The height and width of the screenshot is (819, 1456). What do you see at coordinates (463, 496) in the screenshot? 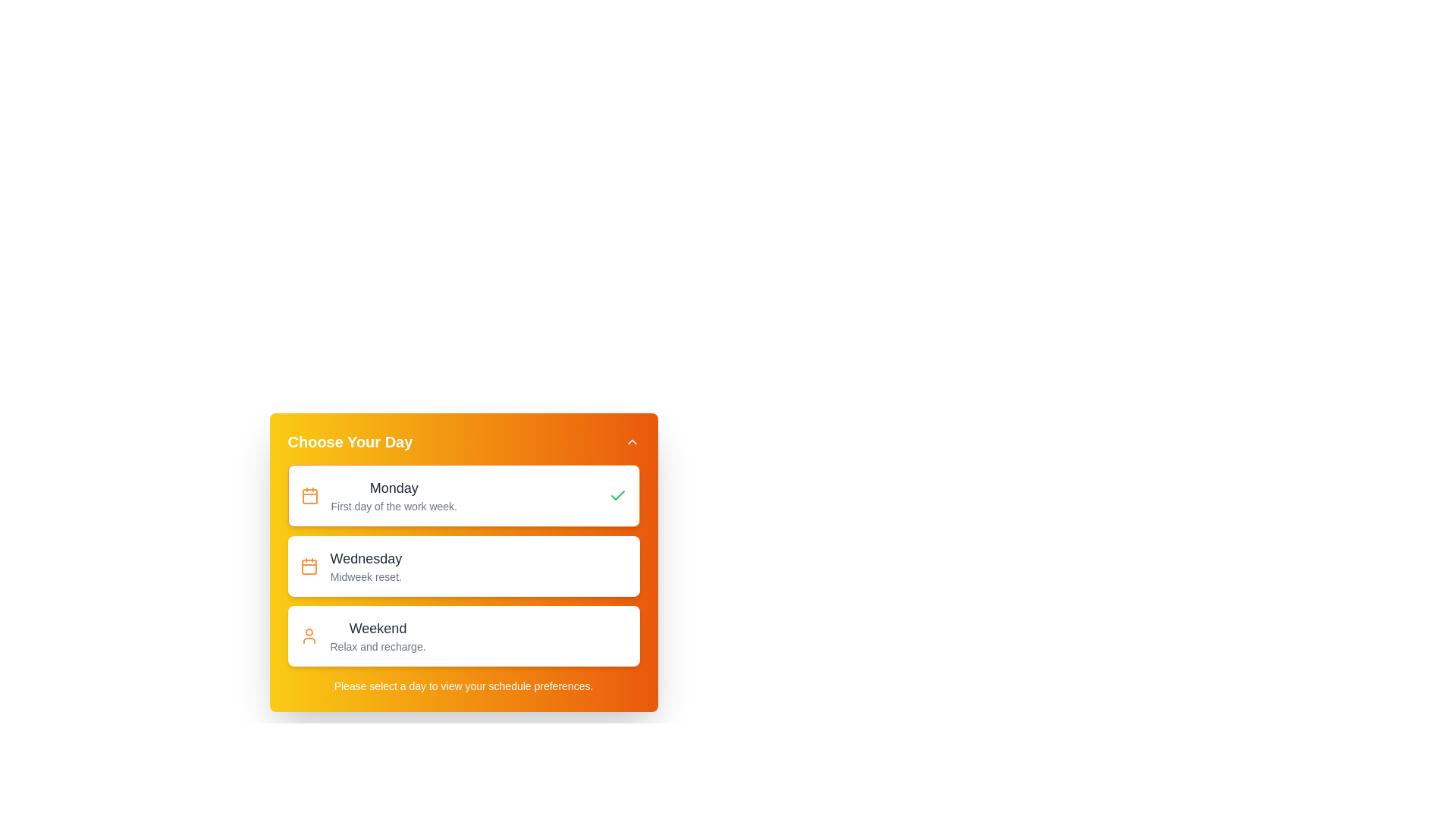
I see `the day Monday from the list` at bounding box center [463, 496].